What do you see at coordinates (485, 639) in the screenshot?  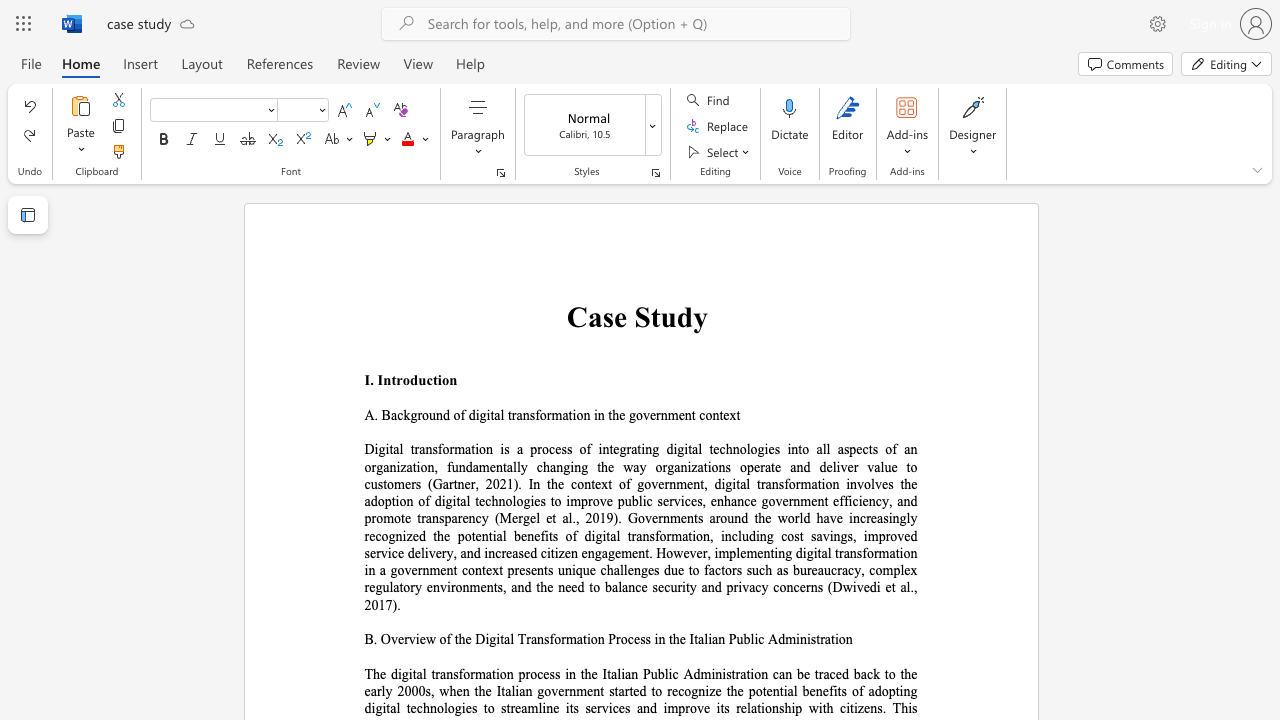 I see `the subset text "igital Transformation Proc" within the text "B. Overview of the Digital Transformation Process in the Italian Public Administration"` at bounding box center [485, 639].